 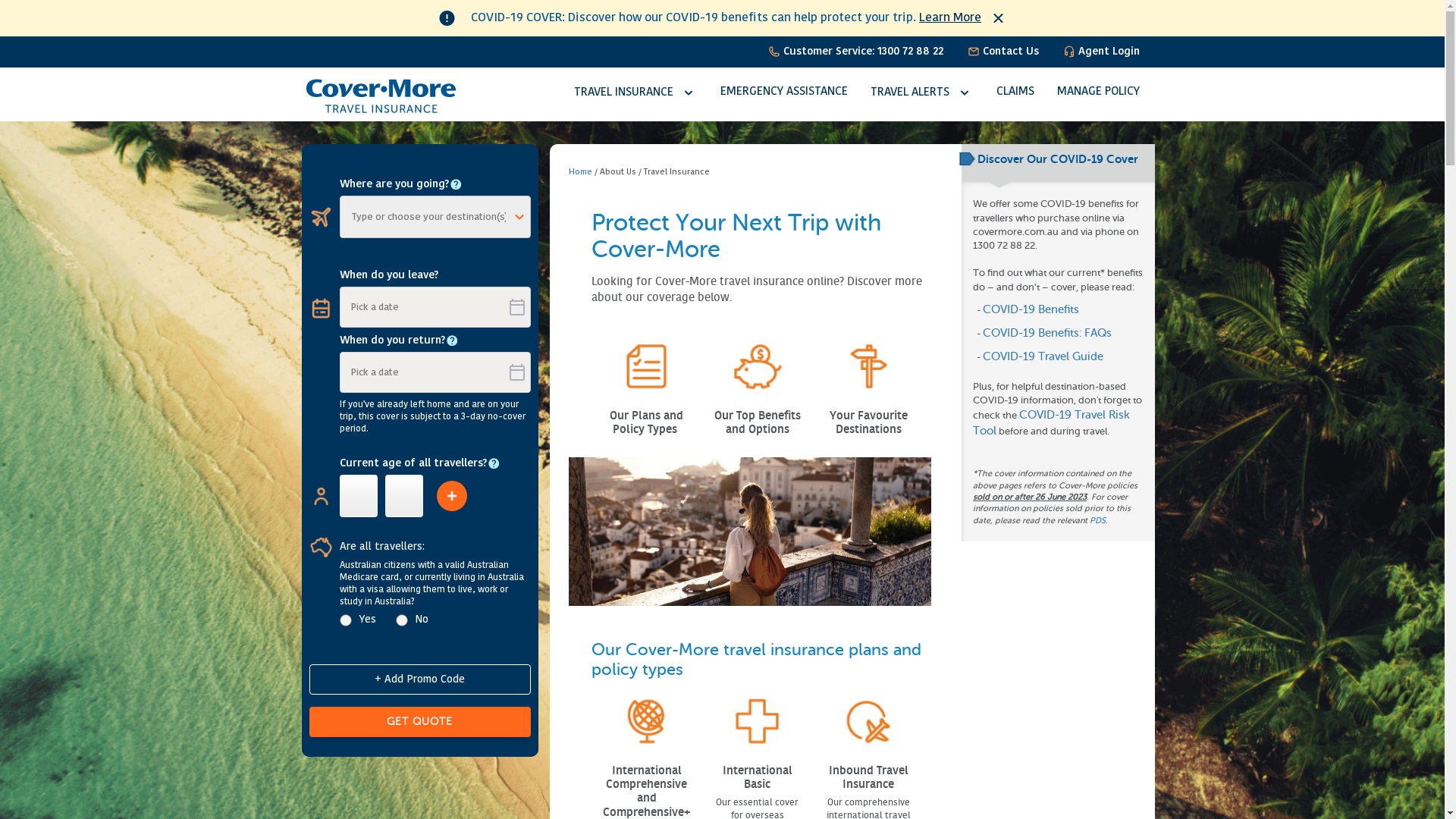 I want to click on 'Home', so click(x=579, y=171).